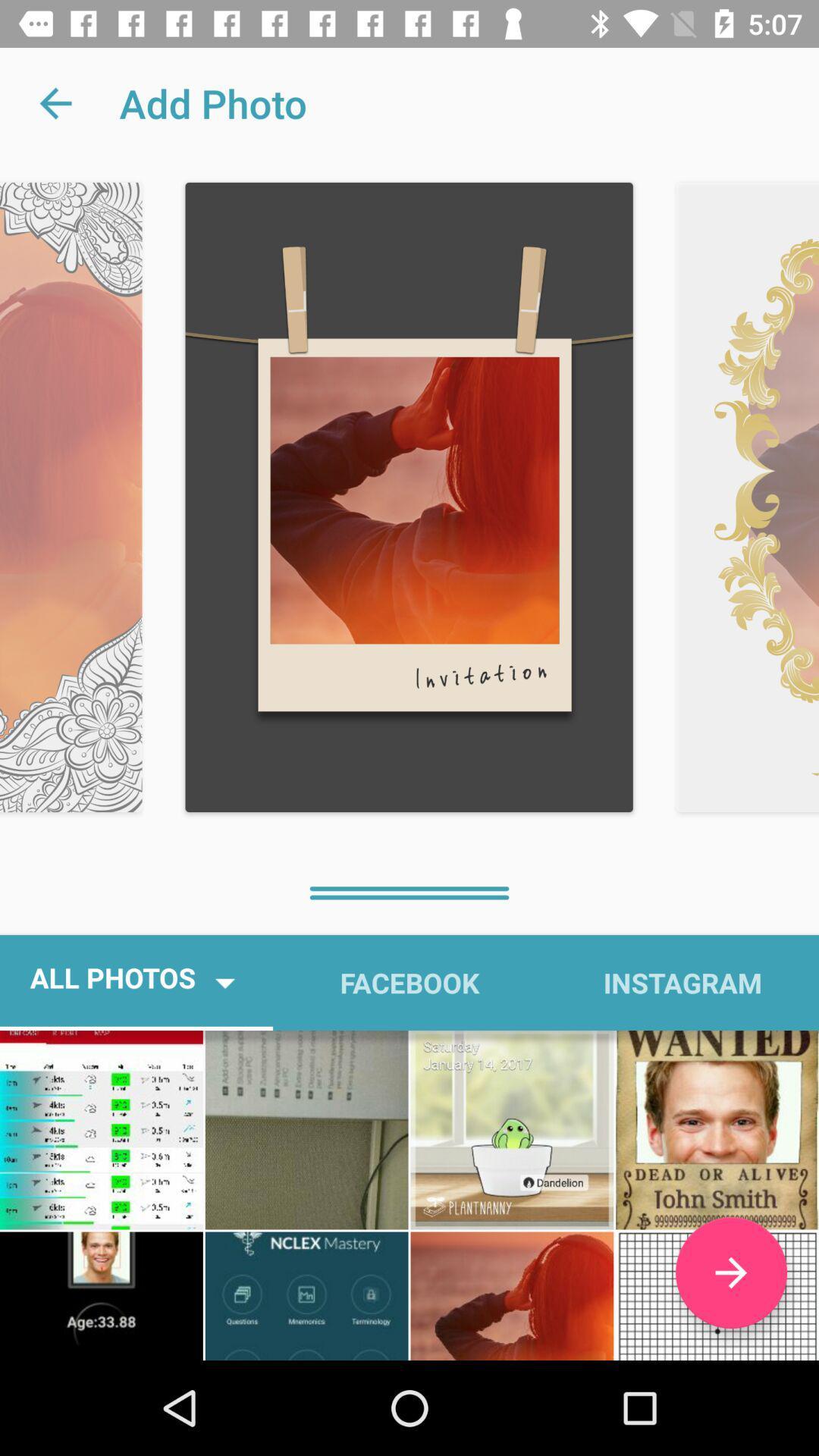  I want to click on the arrow_forward icon, so click(730, 1272).